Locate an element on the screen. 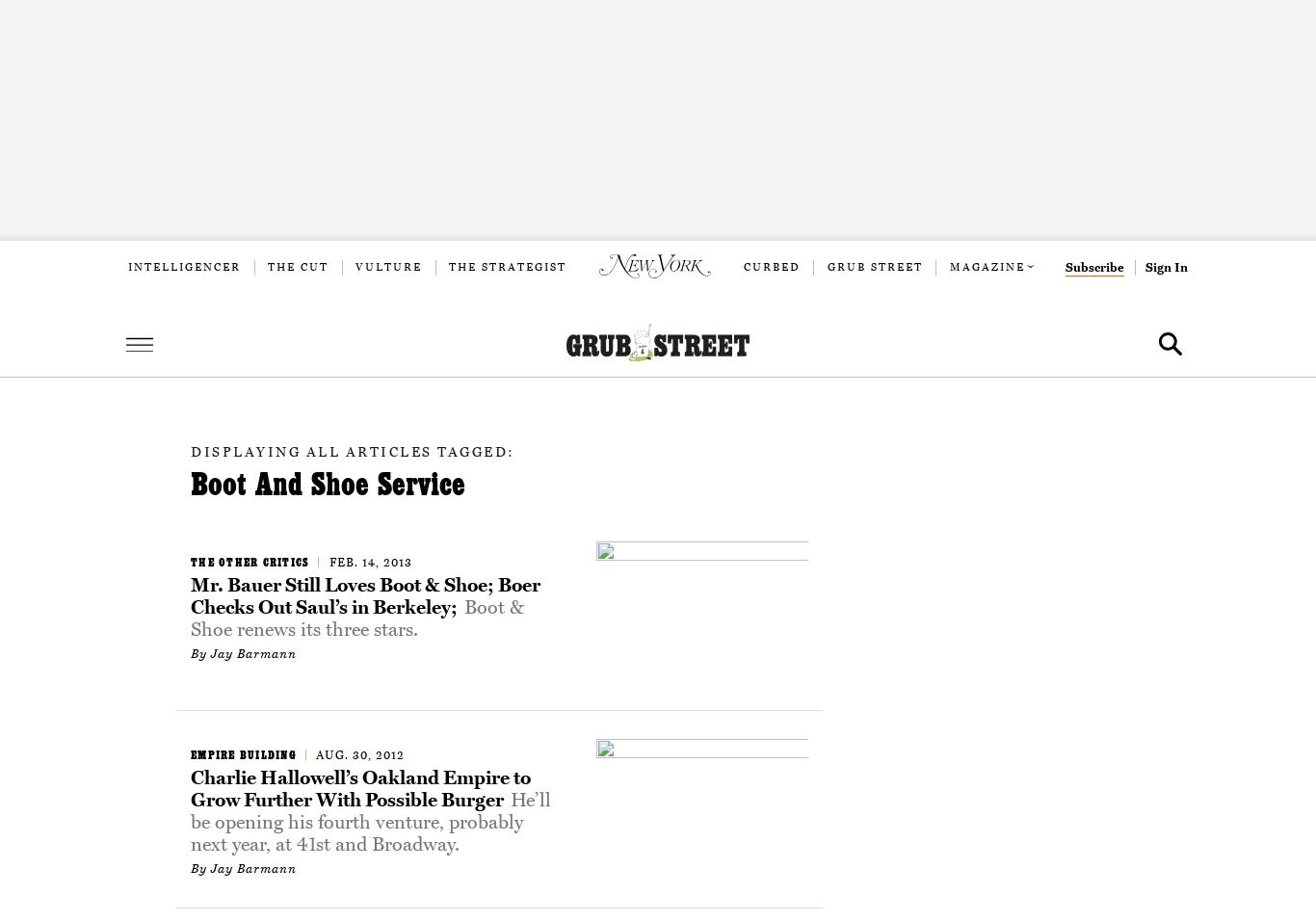 The width and height of the screenshot is (1316, 922). 'Sign In' is located at coordinates (1166, 267).